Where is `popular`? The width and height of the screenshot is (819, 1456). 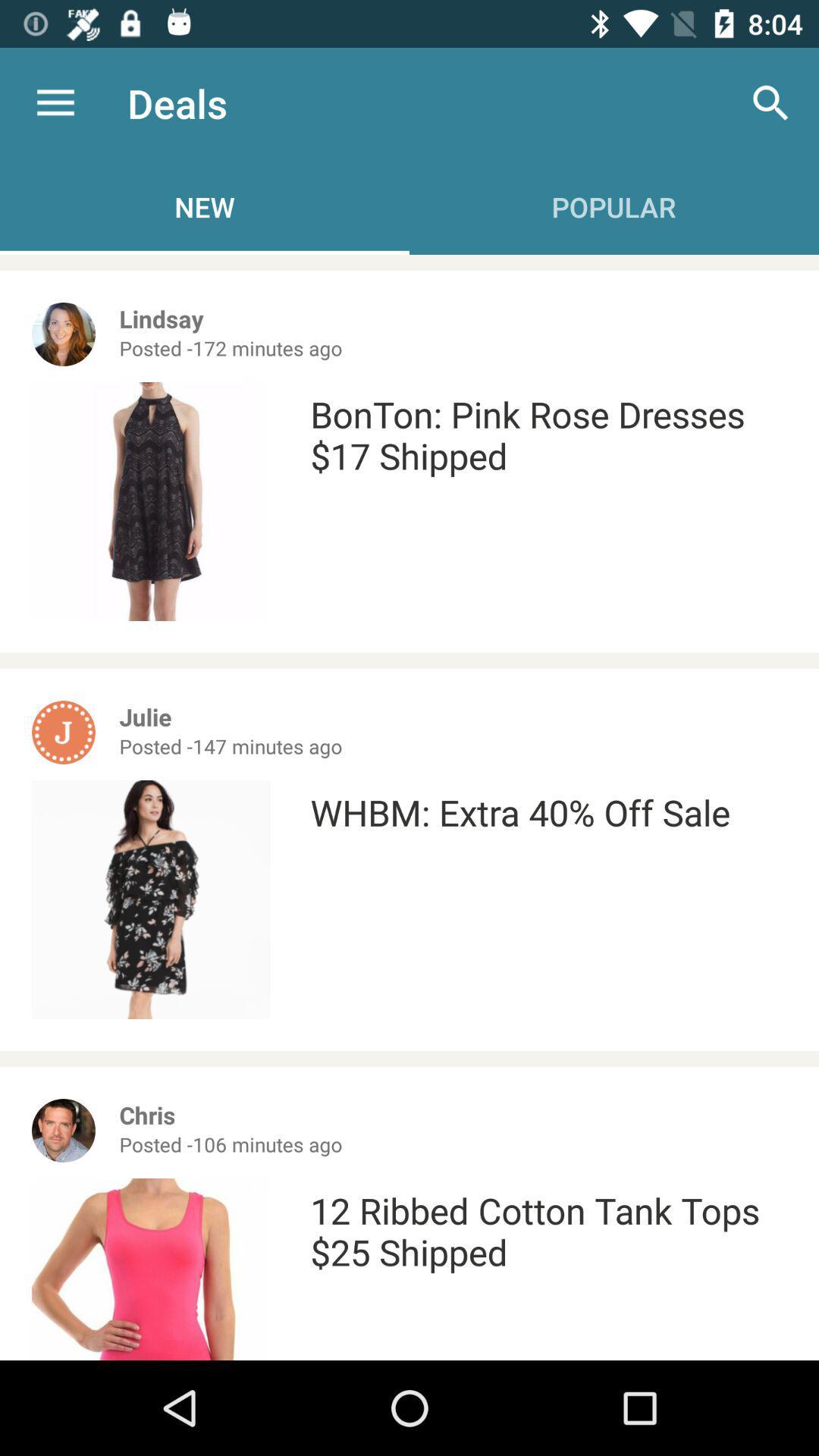 popular is located at coordinates (614, 206).